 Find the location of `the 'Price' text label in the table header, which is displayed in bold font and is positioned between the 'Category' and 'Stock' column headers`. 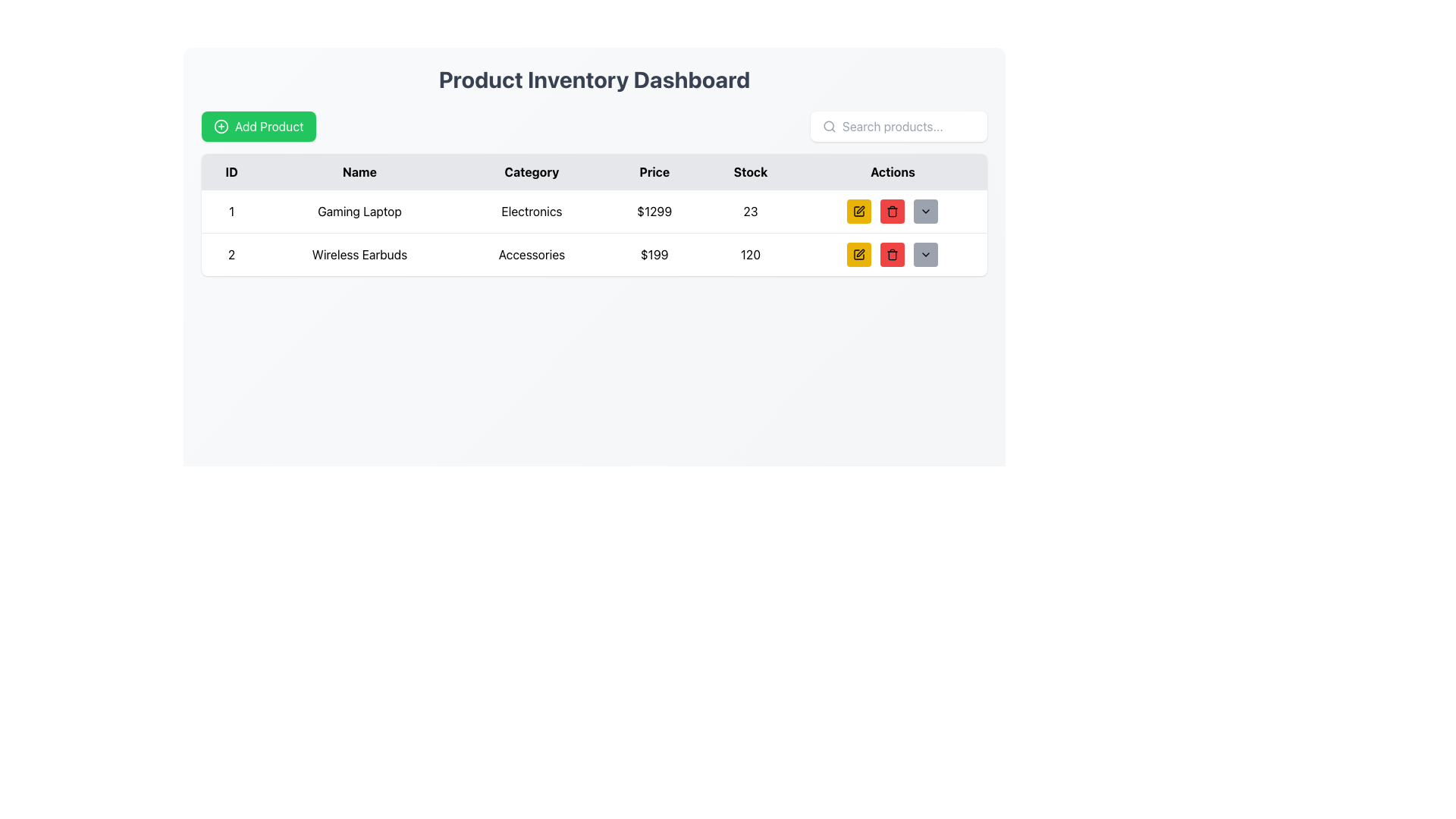

the 'Price' text label in the table header, which is displayed in bold font and is positioned between the 'Category' and 'Stock' column headers is located at coordinates (654, 171).